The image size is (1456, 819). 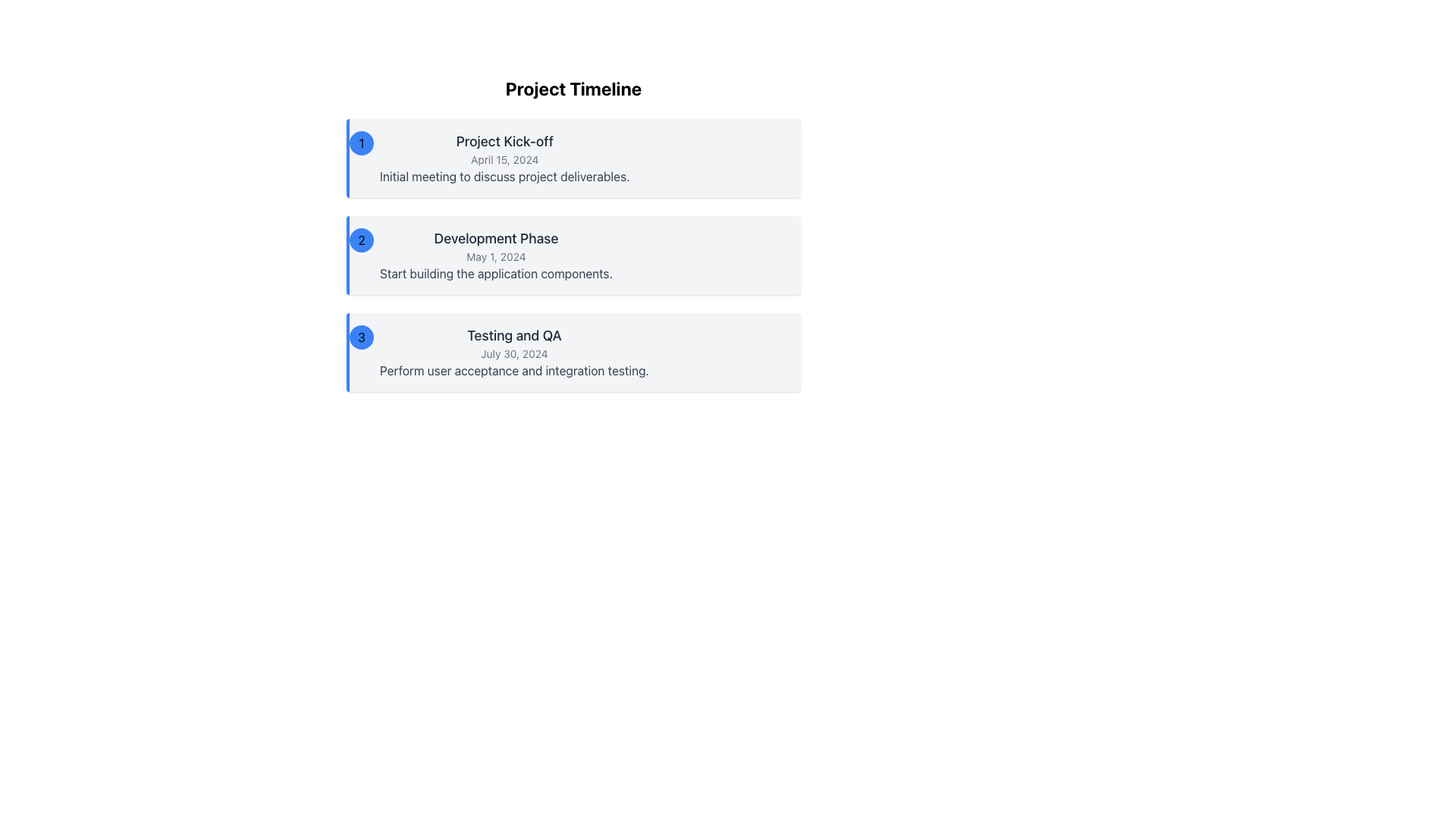 I want to click on the timeline entry by clicking on the Badge that visually marks the first phase of the project timeline, located at the far left of the entry for 'Project Kick-off', so click(x=360, y=143).